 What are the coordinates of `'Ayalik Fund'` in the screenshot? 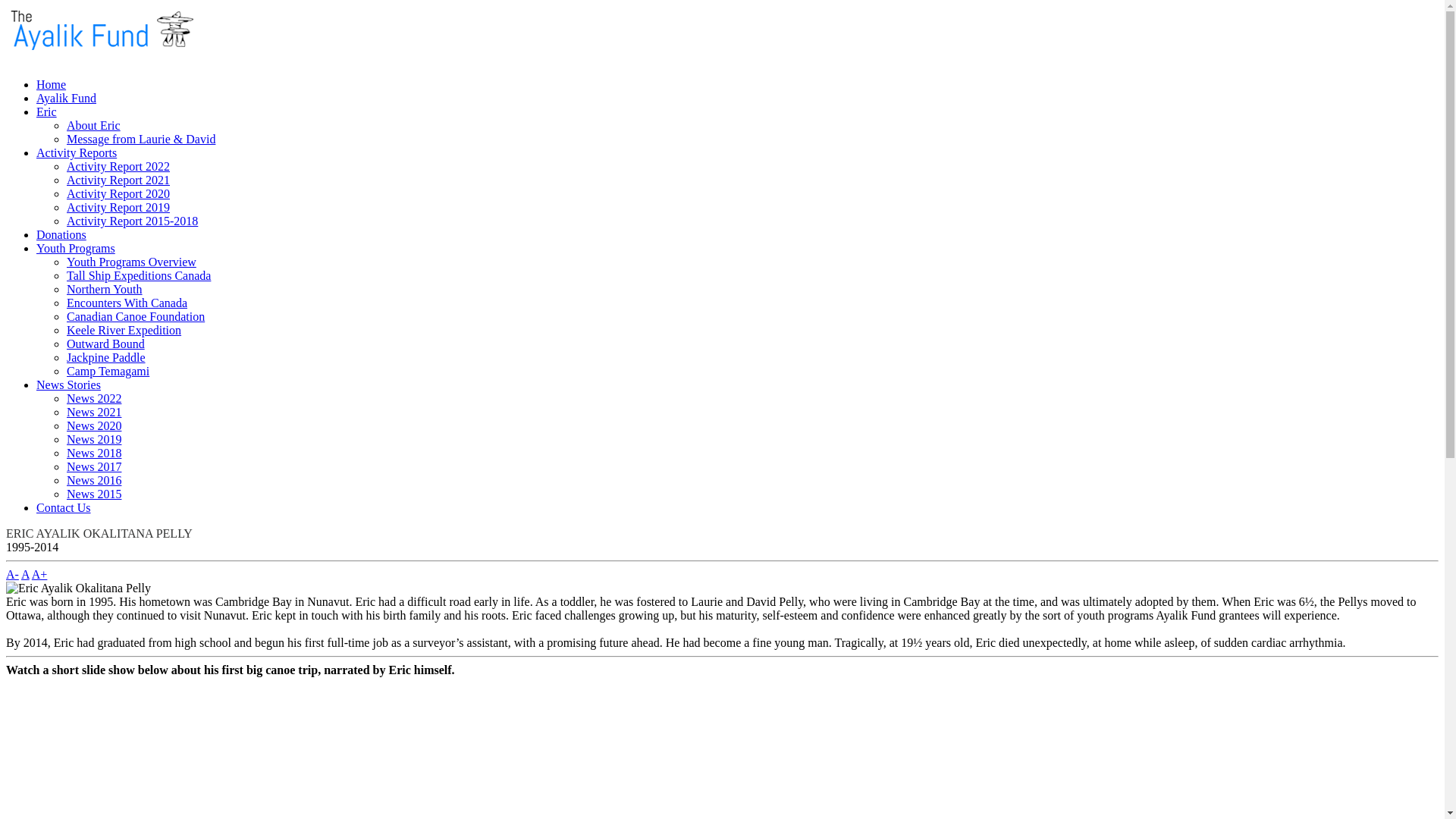 It's located at (65, 98).